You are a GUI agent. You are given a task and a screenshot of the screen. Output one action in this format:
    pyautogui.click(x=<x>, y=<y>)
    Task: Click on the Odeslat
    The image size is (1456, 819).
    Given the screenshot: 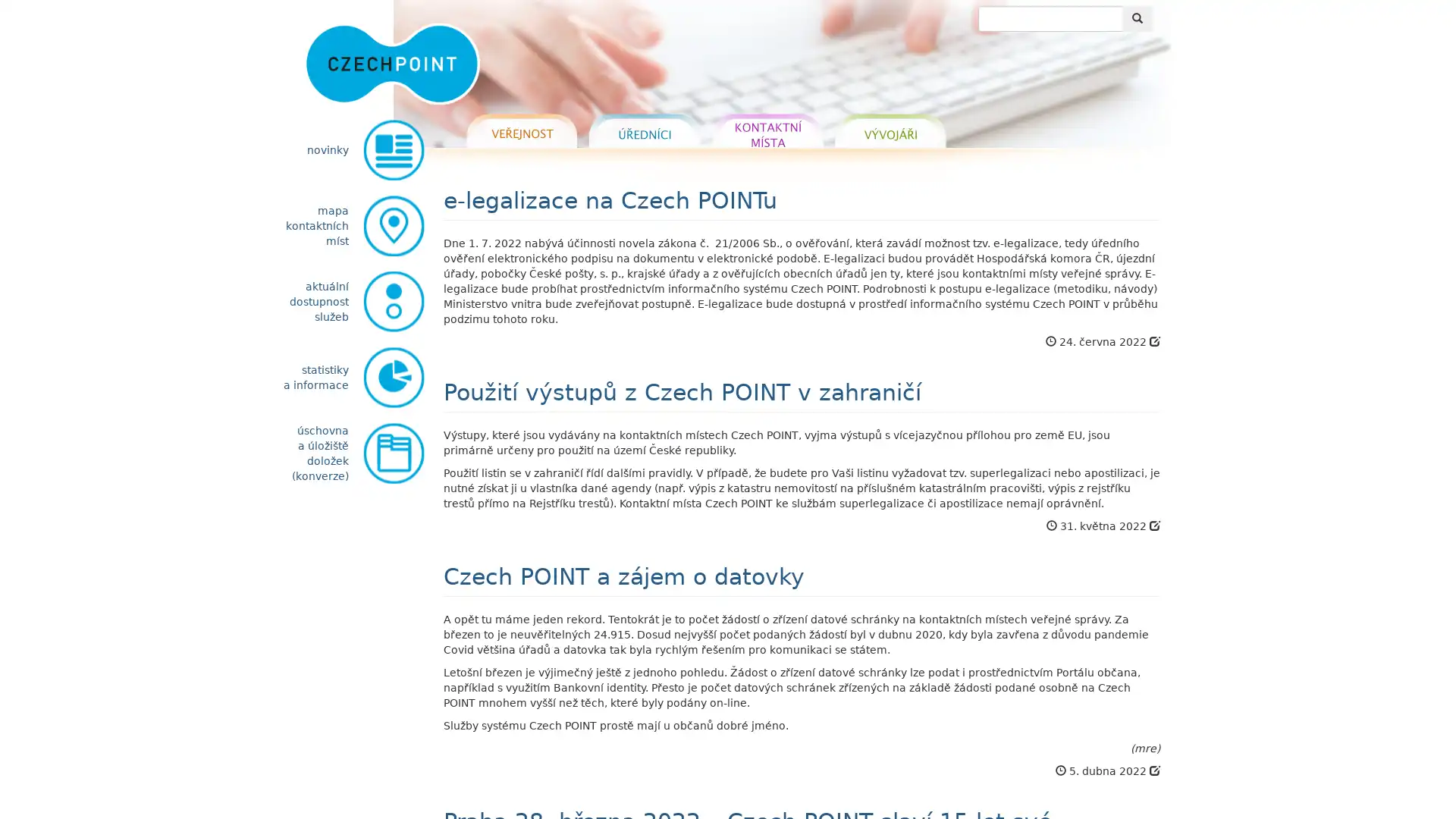 What is the action you would take?
    pyautogui.click(x=1137, y=18)
    